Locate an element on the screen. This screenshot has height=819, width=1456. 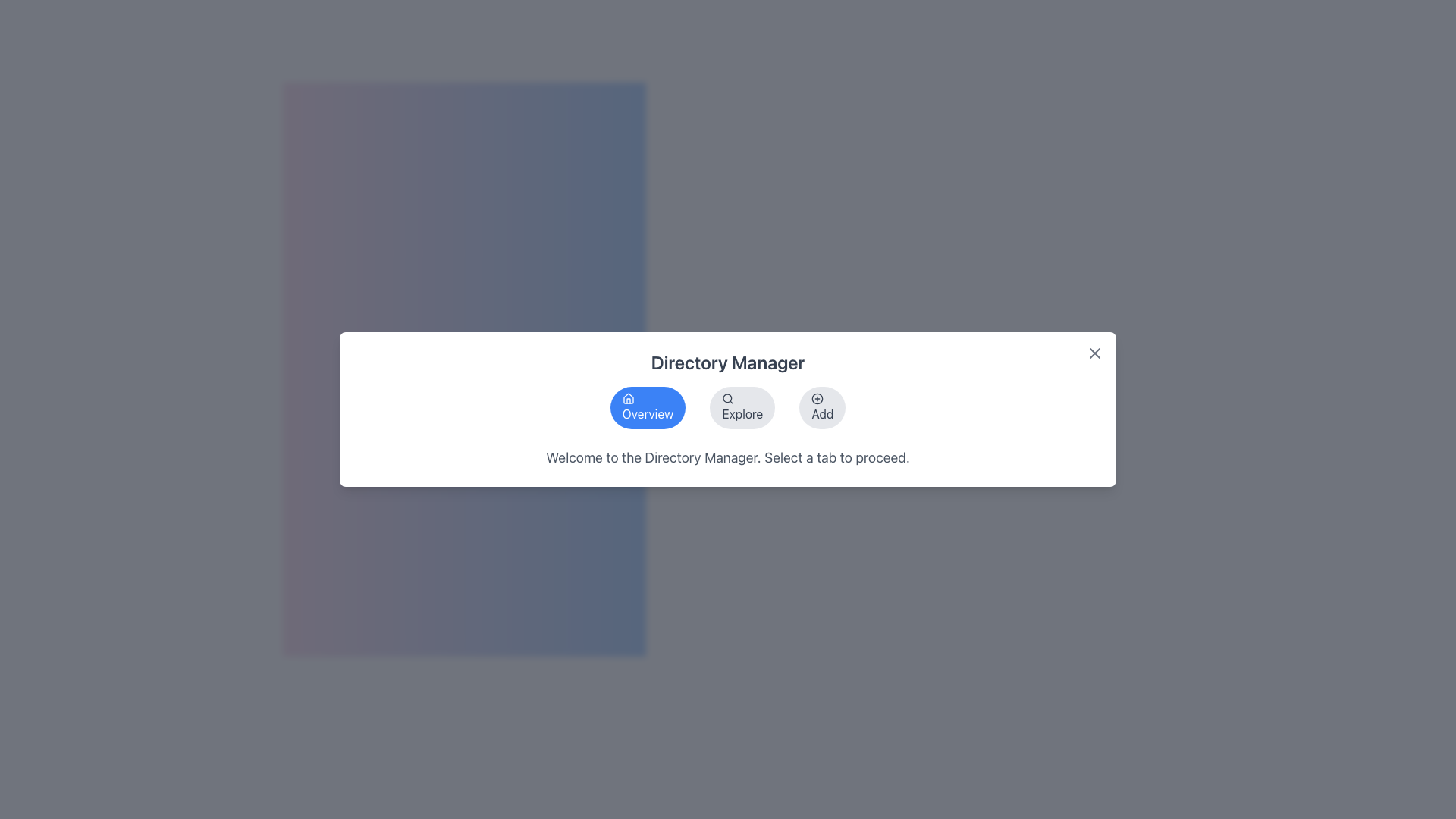
the magnifying glass icon located to the left of the text 'Explore' in the rounded rectangle button of the horizontal navigation bar under 'Directory Manager' is located at coordinates (728, 397).